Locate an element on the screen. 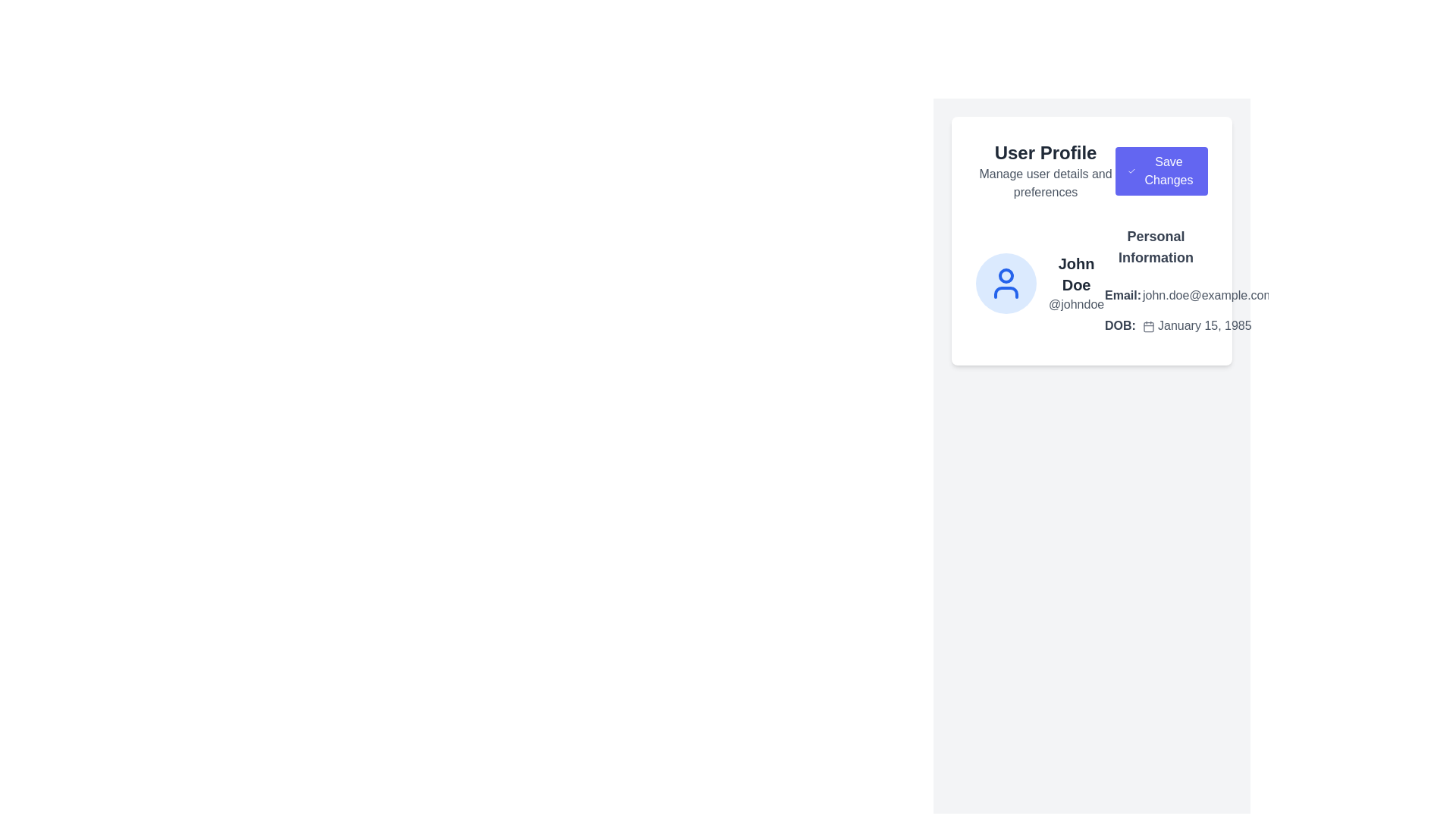 Image resolution: width=1456 pixels, height=819 pixels. the date text 'January 15, 1985' with a gray font and a small gray calendar icon that is located in the bottom right of the card labeled 'Personal Information' is located at coordinates (1207, 325).